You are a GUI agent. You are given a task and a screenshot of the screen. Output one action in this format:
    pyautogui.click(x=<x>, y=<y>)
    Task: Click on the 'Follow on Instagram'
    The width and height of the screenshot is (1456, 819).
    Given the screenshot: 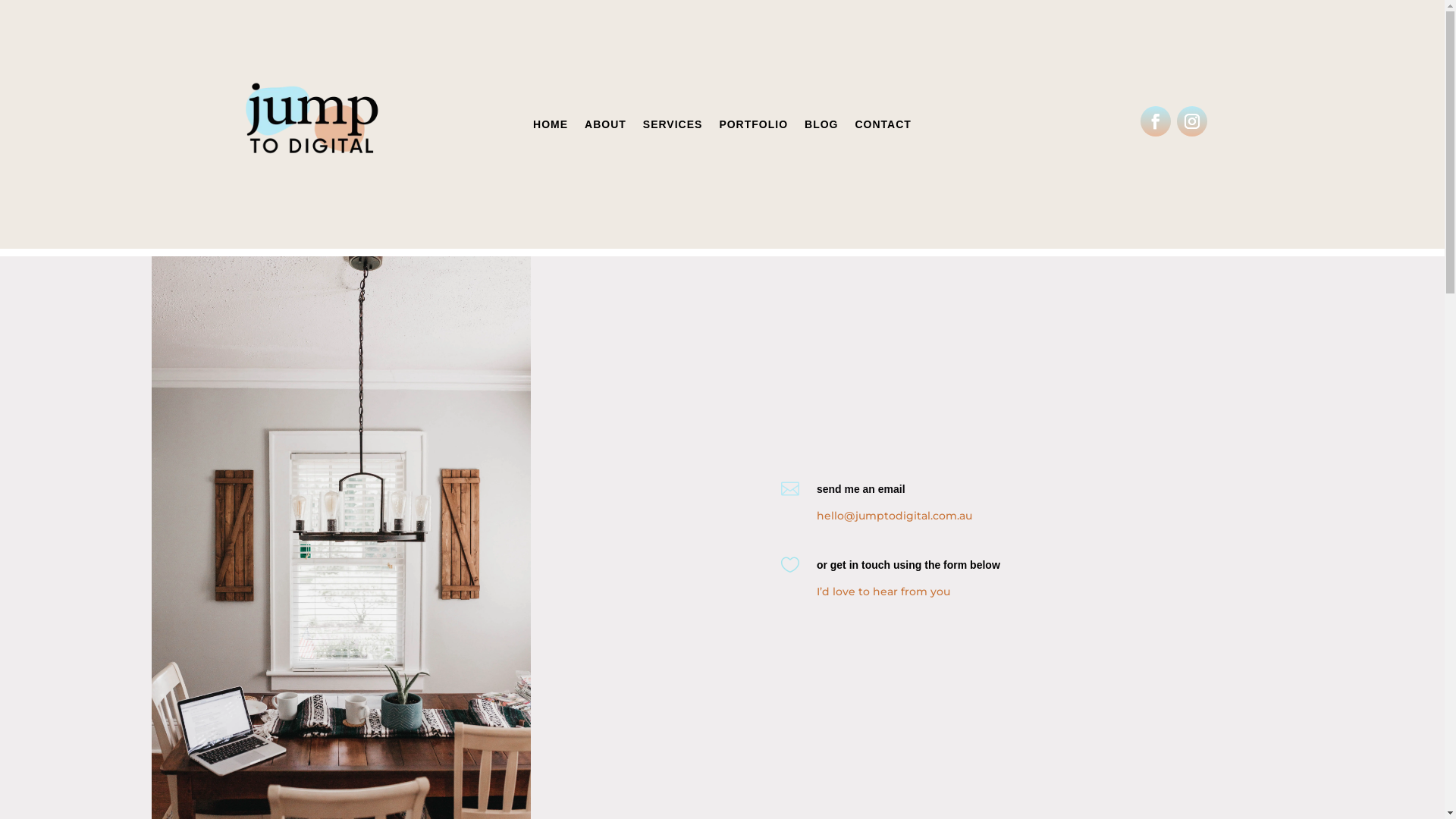 What is the action you would take?
    pyautogui.click(x=1191, y=120)
    